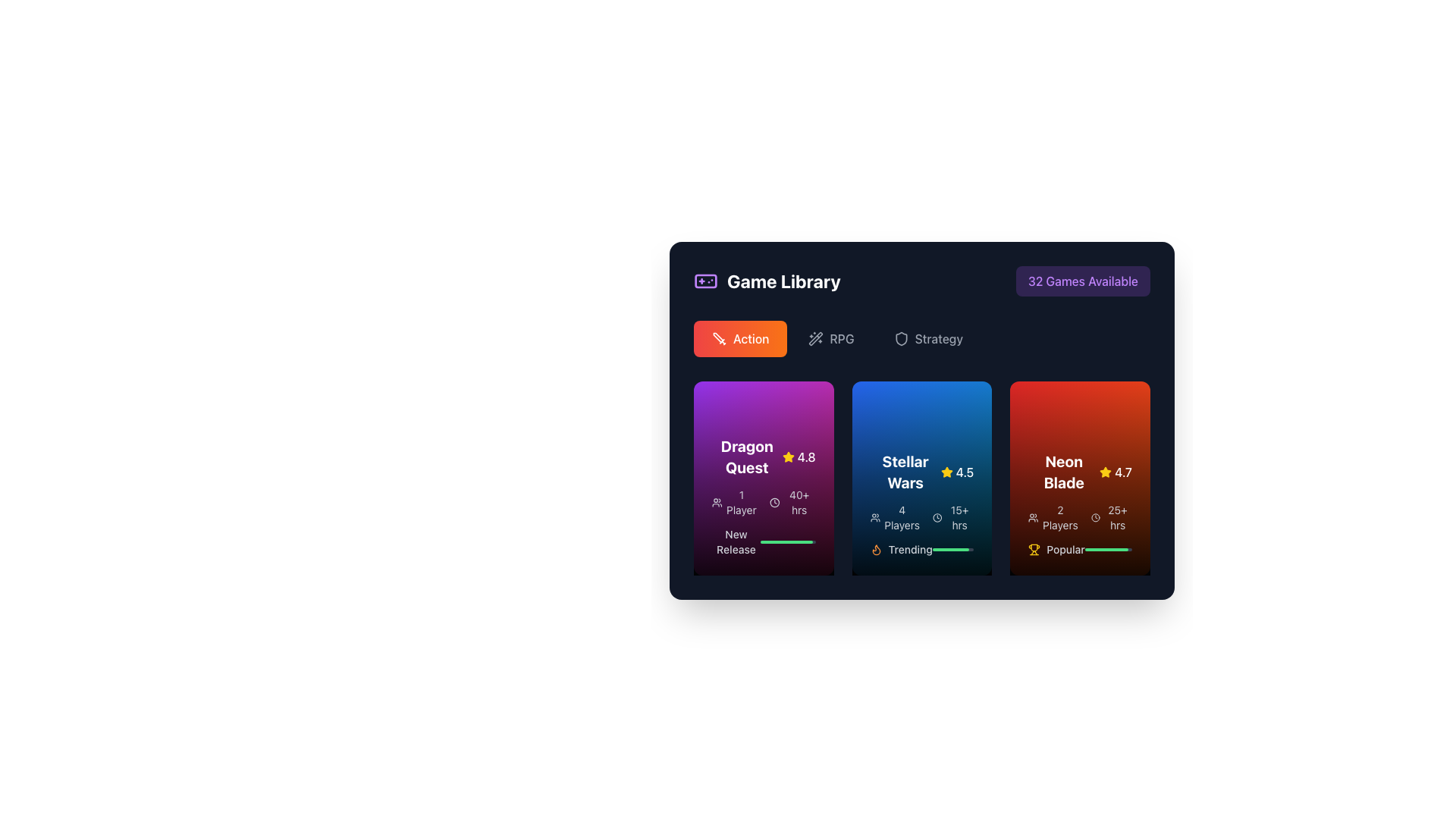 The width and height of the screenshot is (1456, 819). I want to click on the static text label indicating the popularity of the game 'Neon Blade', located at the bottom section of the card, to the right of the trophy icon, so click(1065, 550).